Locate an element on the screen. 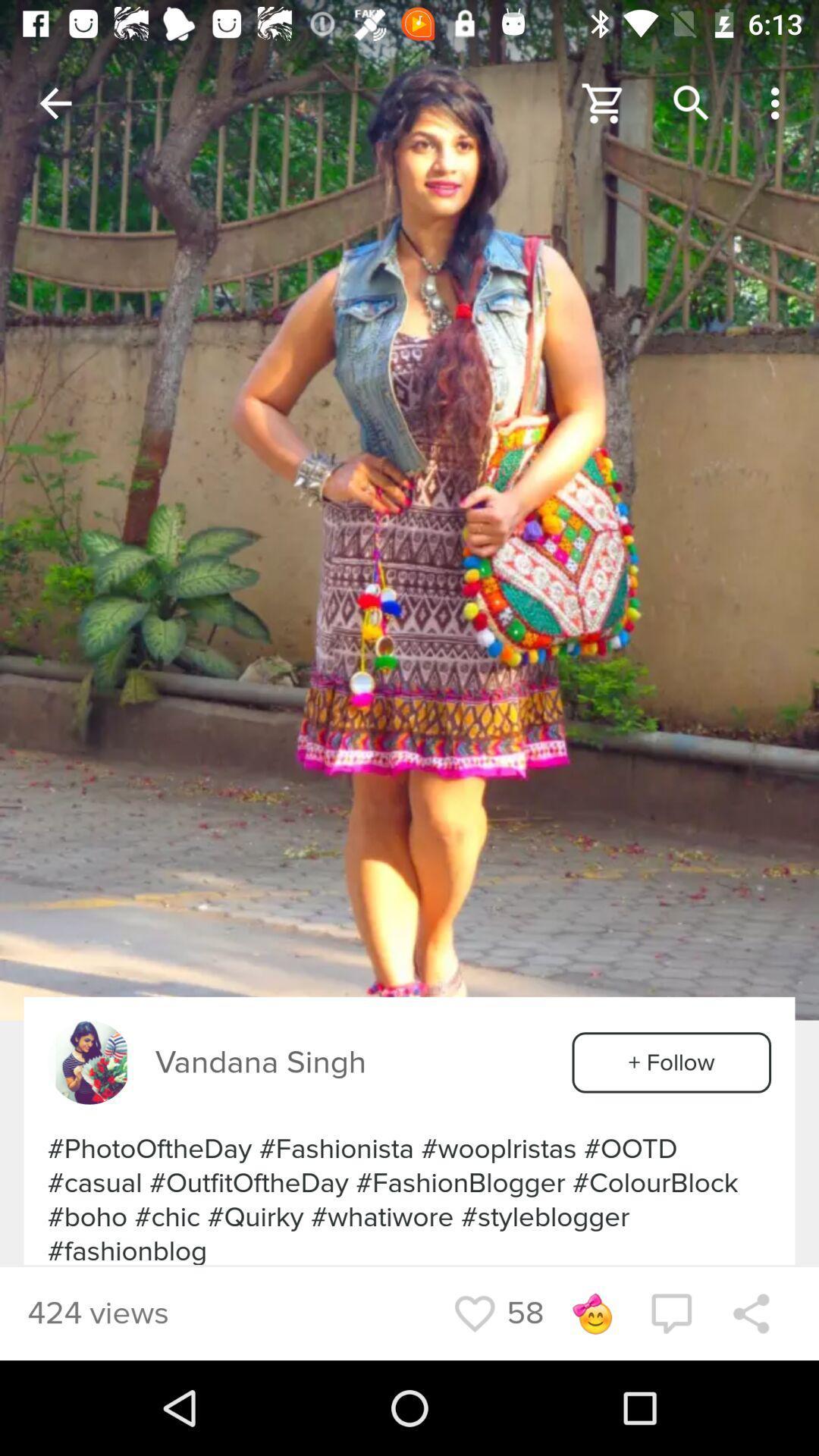 The height and width of the screenshot is (1456, 819). to cart is located at coordinates (603, 102).